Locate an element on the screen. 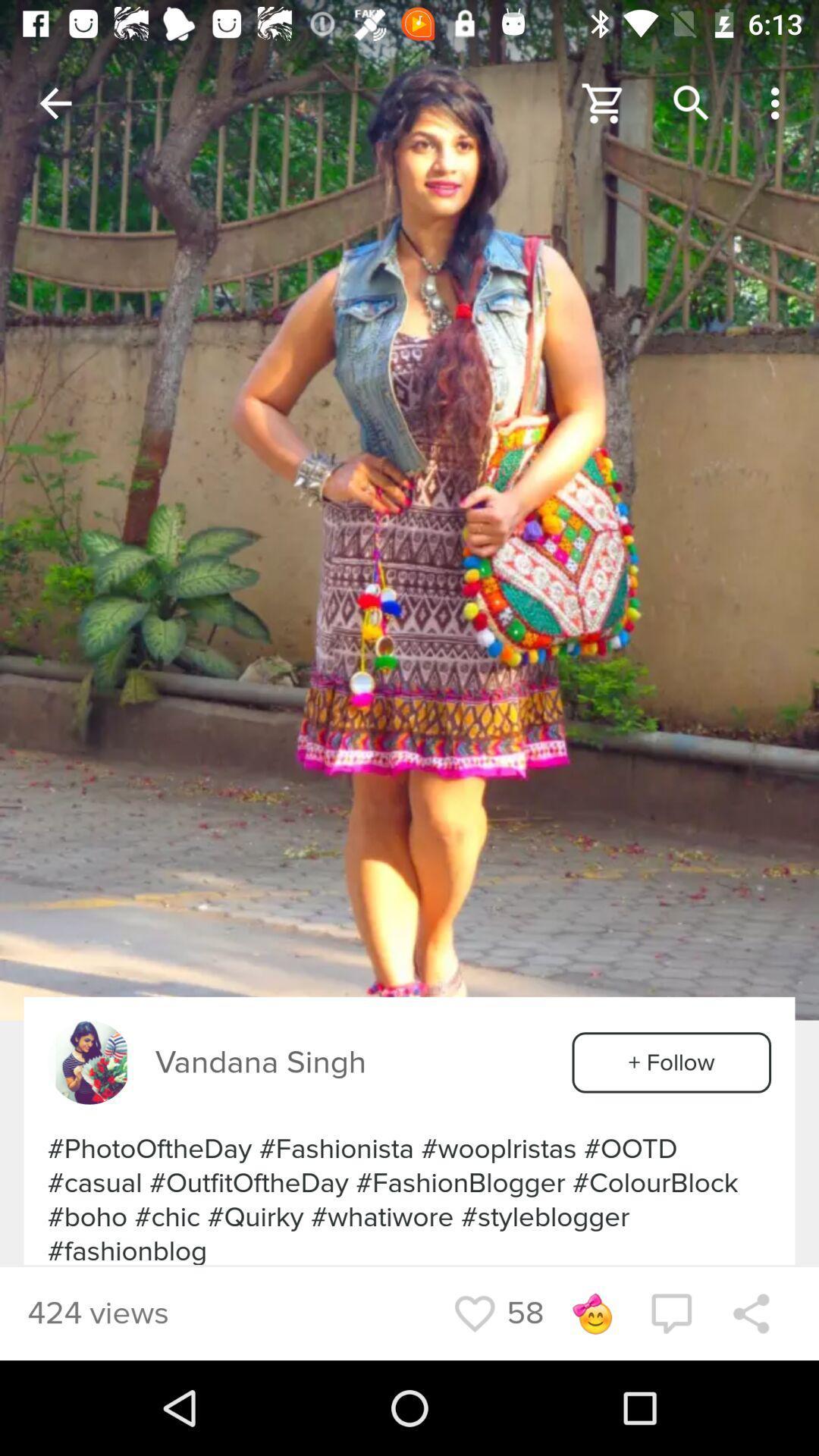 The height and width of the screenshot is (1456, 819). to cart is located at coordinates (603, 102).